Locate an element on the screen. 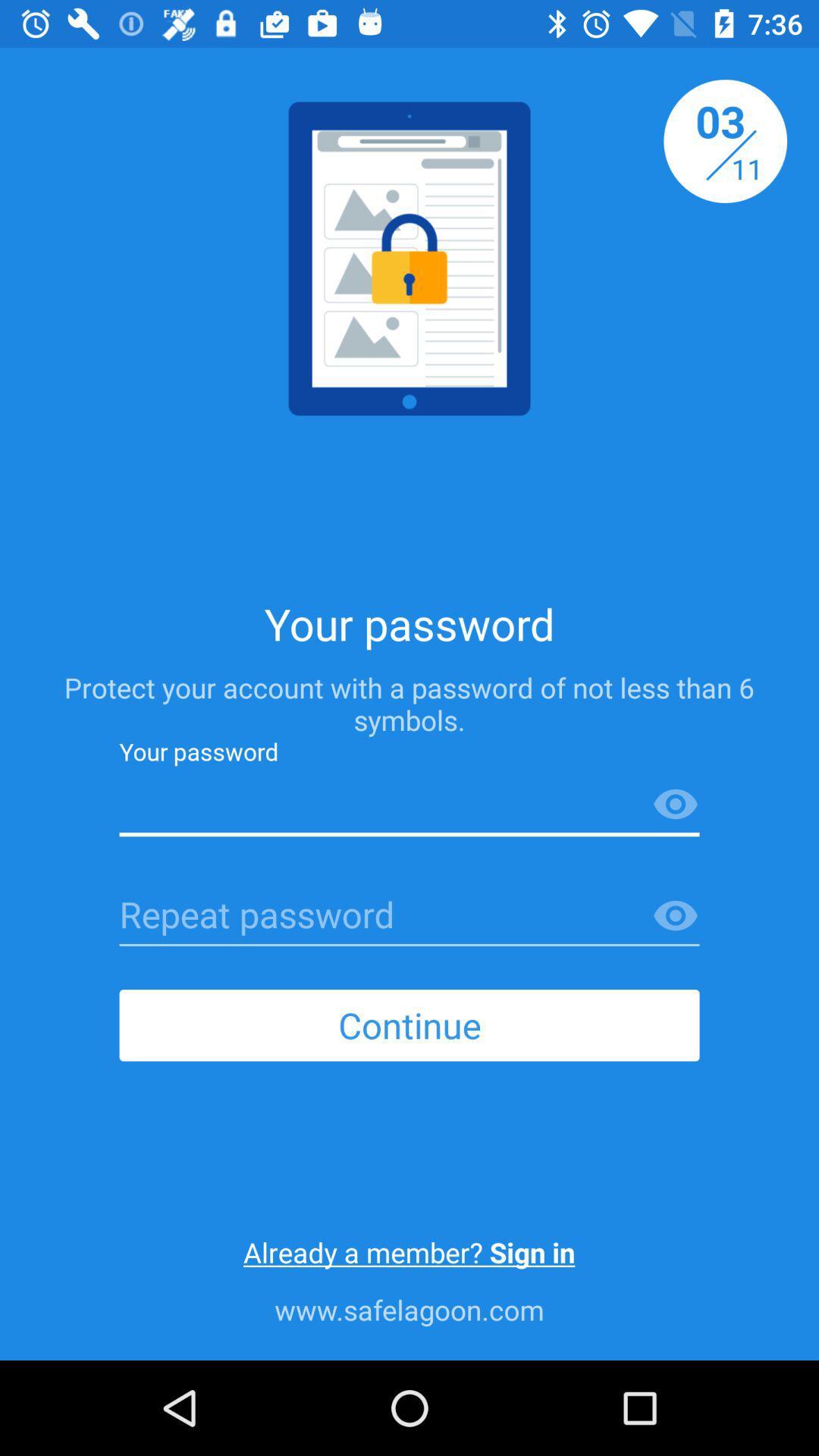  type password is located at coordinates (409, 804).